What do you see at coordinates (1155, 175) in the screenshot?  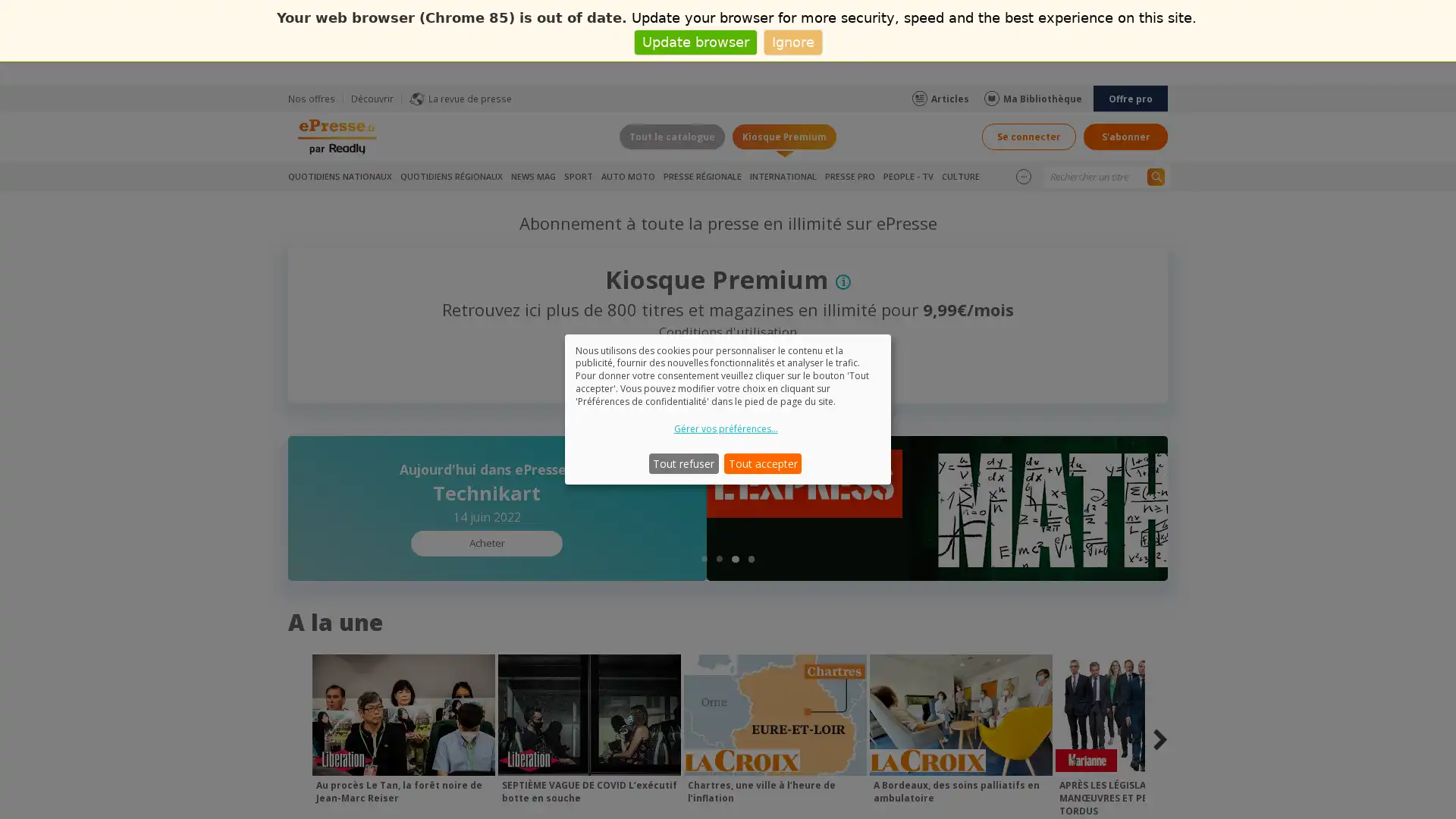 I see `Rechercher` at bounding box center [1155, 175].